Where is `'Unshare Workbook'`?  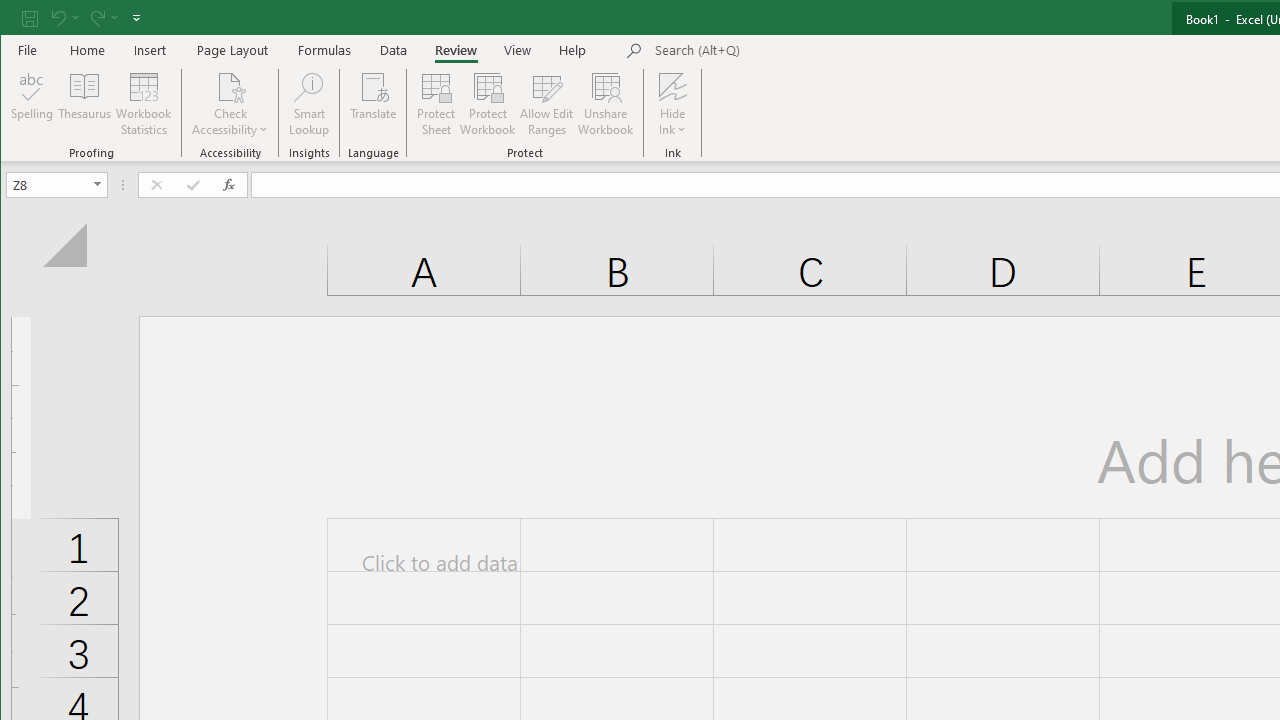 'Unshare Workbook' is located at coordinates (605, 104).